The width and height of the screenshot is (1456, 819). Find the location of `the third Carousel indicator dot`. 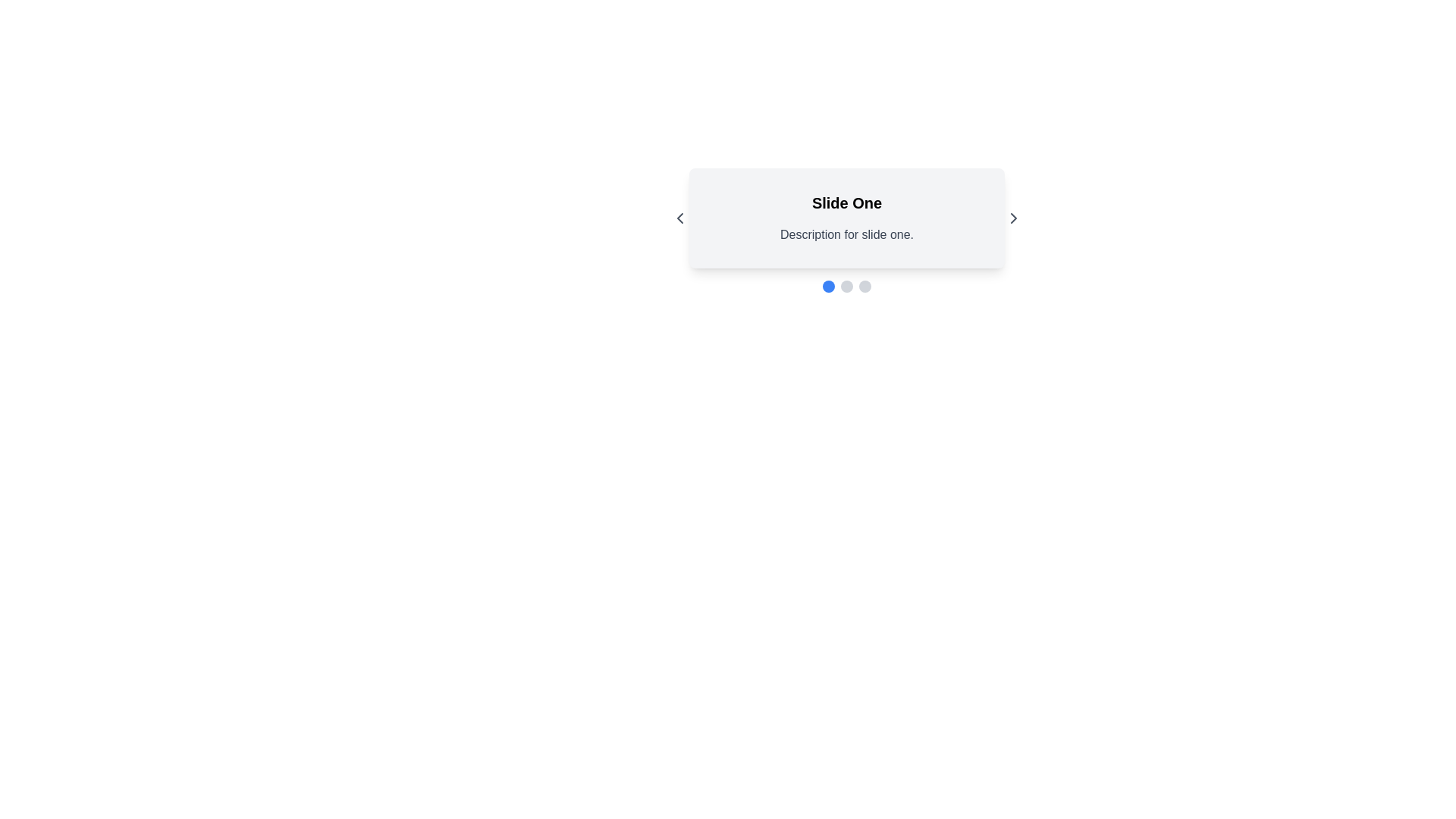

the third Carousel indicator dot is located at coordinates (865, 287).